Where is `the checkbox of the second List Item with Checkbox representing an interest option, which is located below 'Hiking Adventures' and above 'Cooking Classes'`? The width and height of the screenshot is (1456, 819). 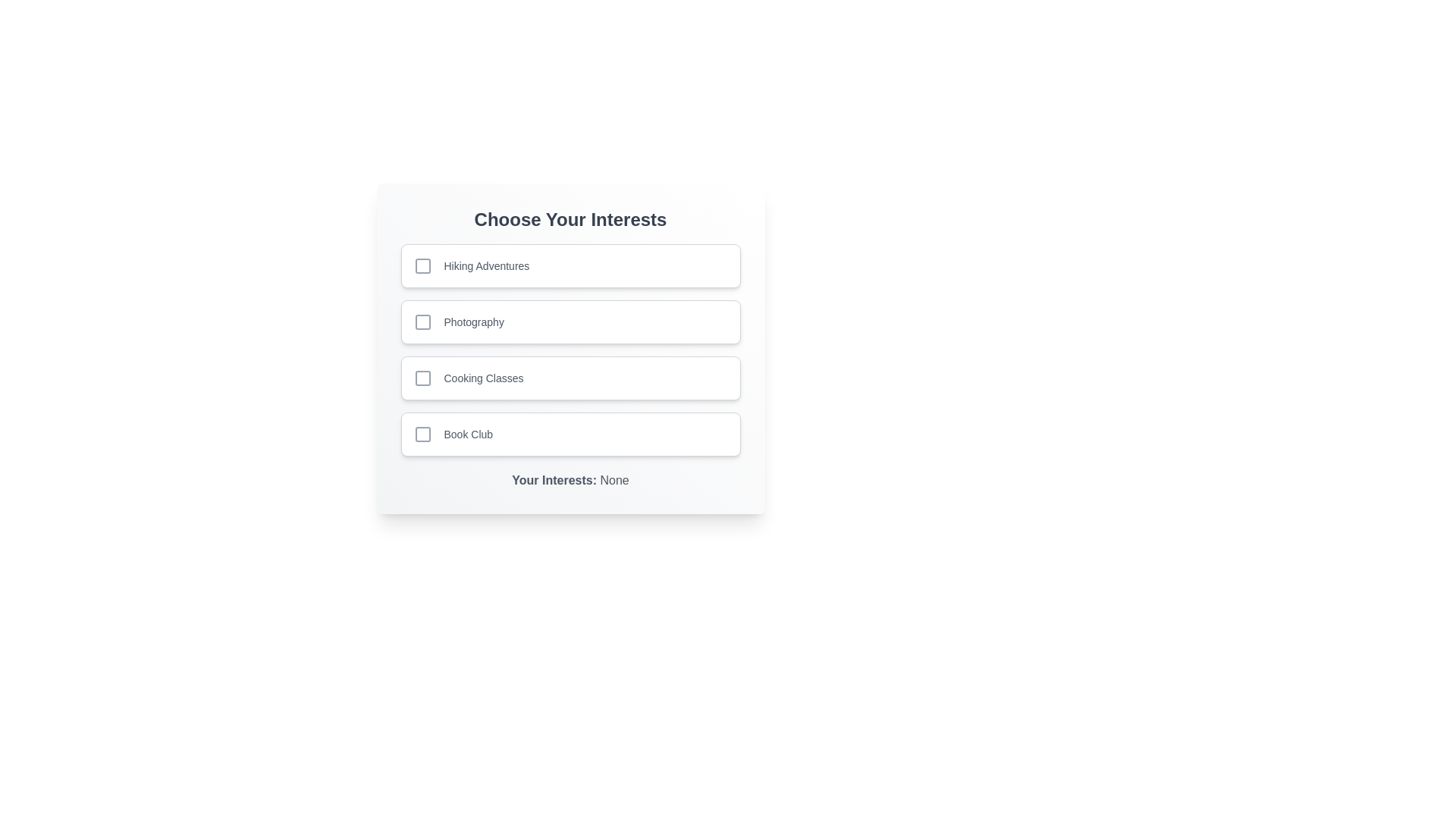 the checkbox of the second List Item with Checkbox representing an interest option, which is located below 'Hiking Adventures' and above 'Cooking Classes' is located at coordinates (570, 321).